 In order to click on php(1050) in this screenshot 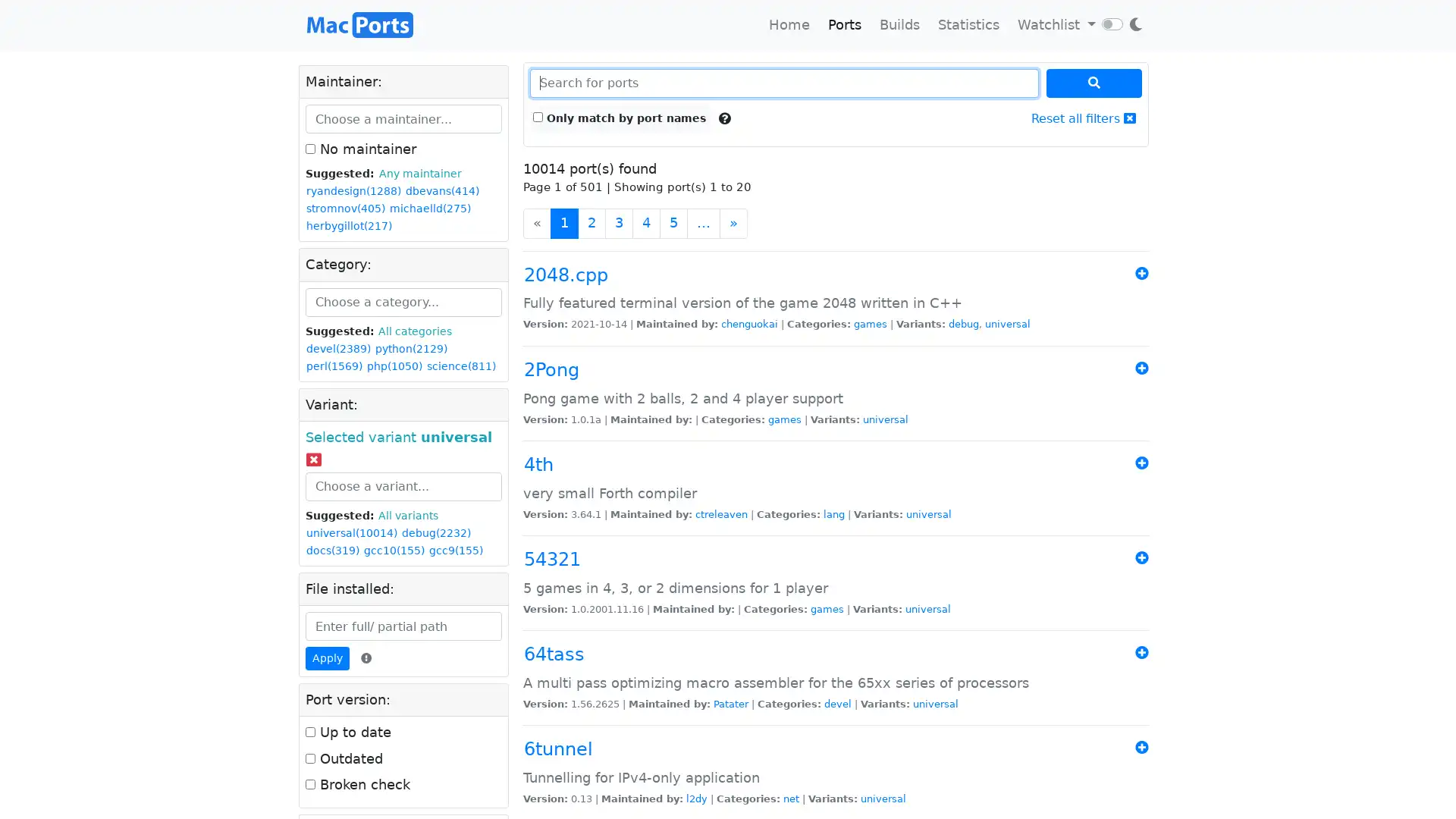, I will do `click(394, 366)`.